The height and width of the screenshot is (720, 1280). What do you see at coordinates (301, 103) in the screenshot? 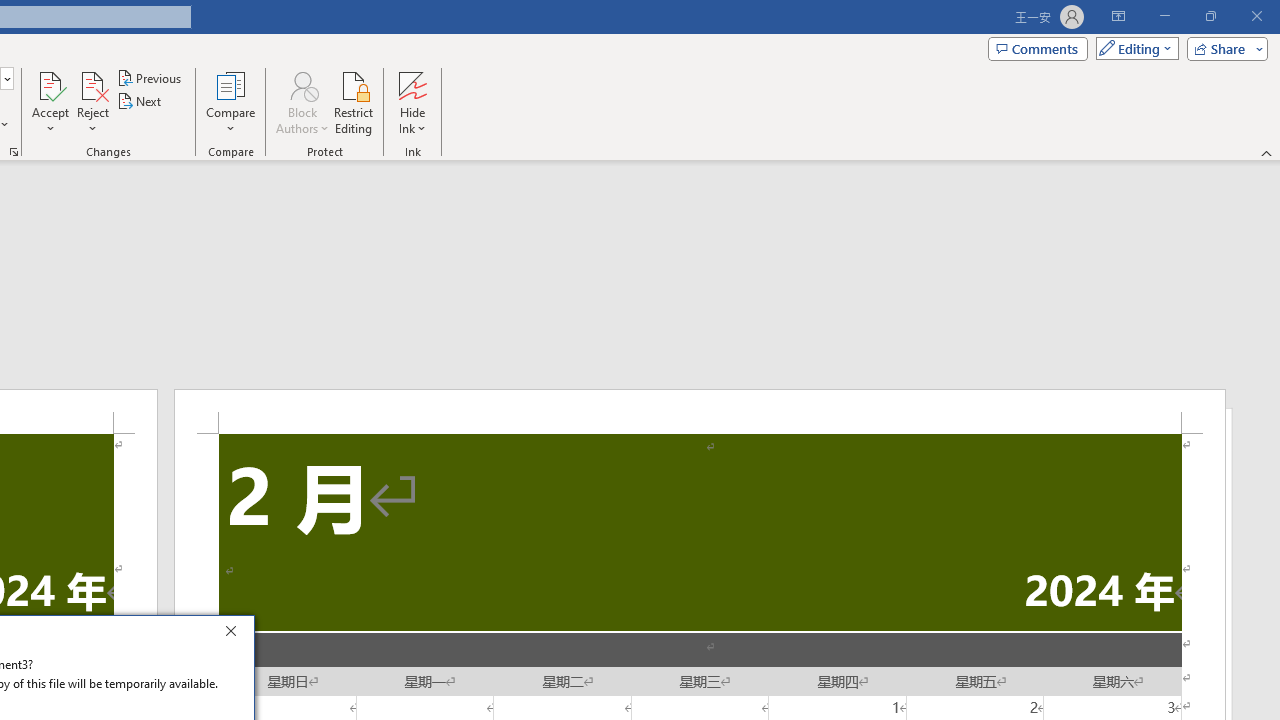
I see `'Block Authors'` at bounding box center [301, 103].